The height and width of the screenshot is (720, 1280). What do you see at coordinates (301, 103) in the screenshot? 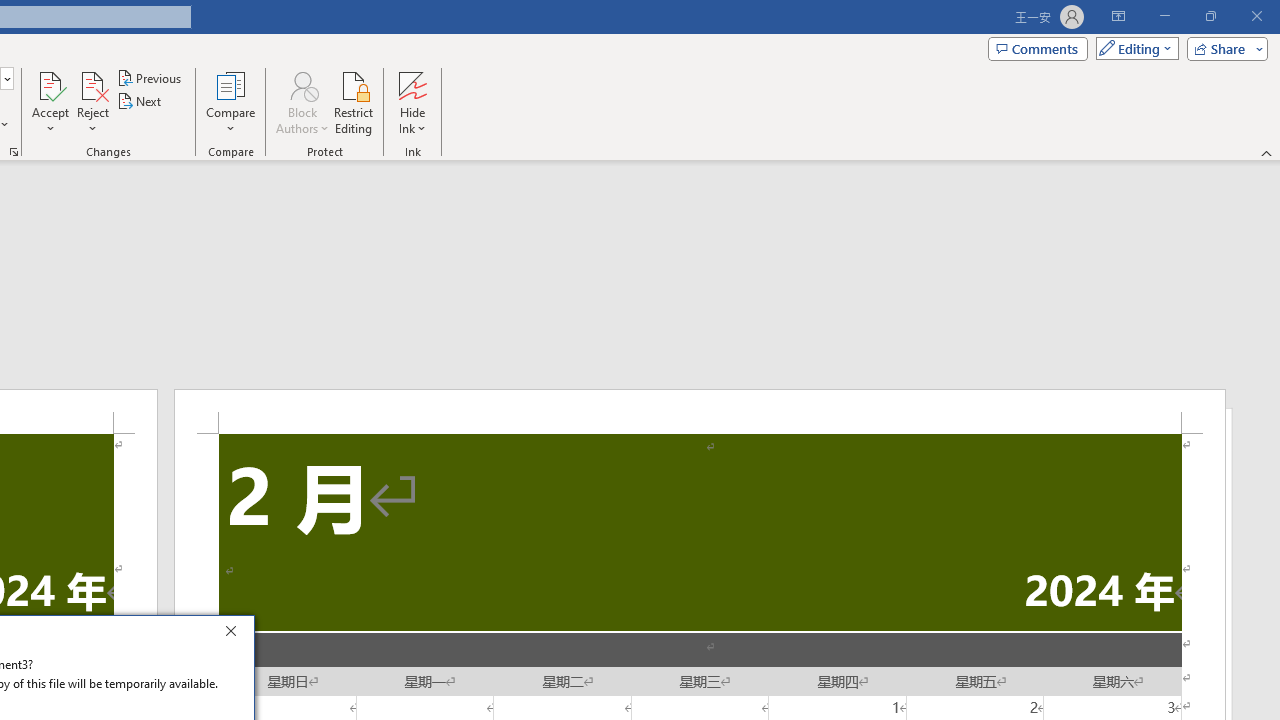
I see `'Block Authors'` at bounding box center [301, 103].